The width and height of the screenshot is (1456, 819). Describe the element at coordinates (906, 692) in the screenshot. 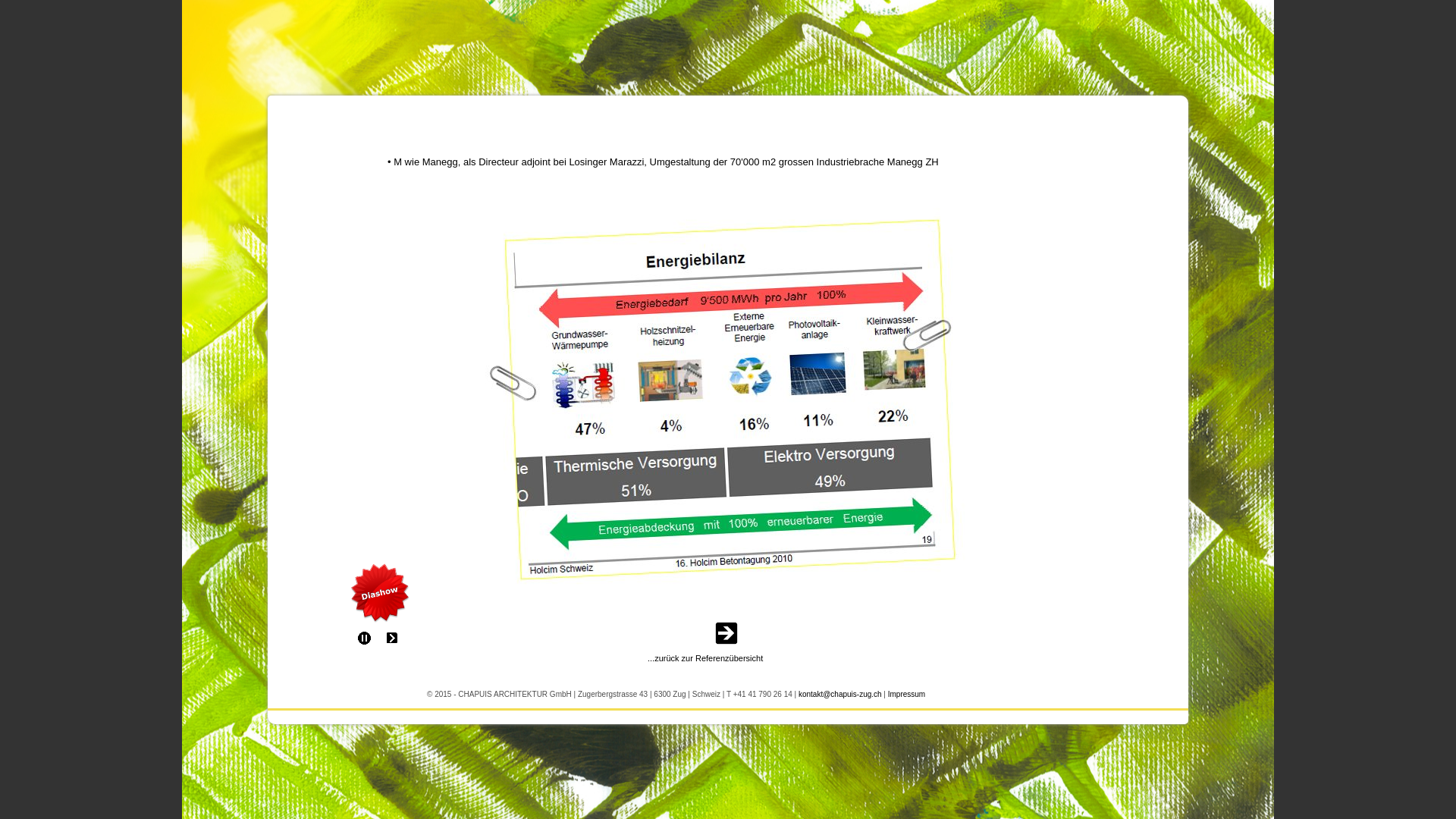

I see `'Impressum'` at that location.